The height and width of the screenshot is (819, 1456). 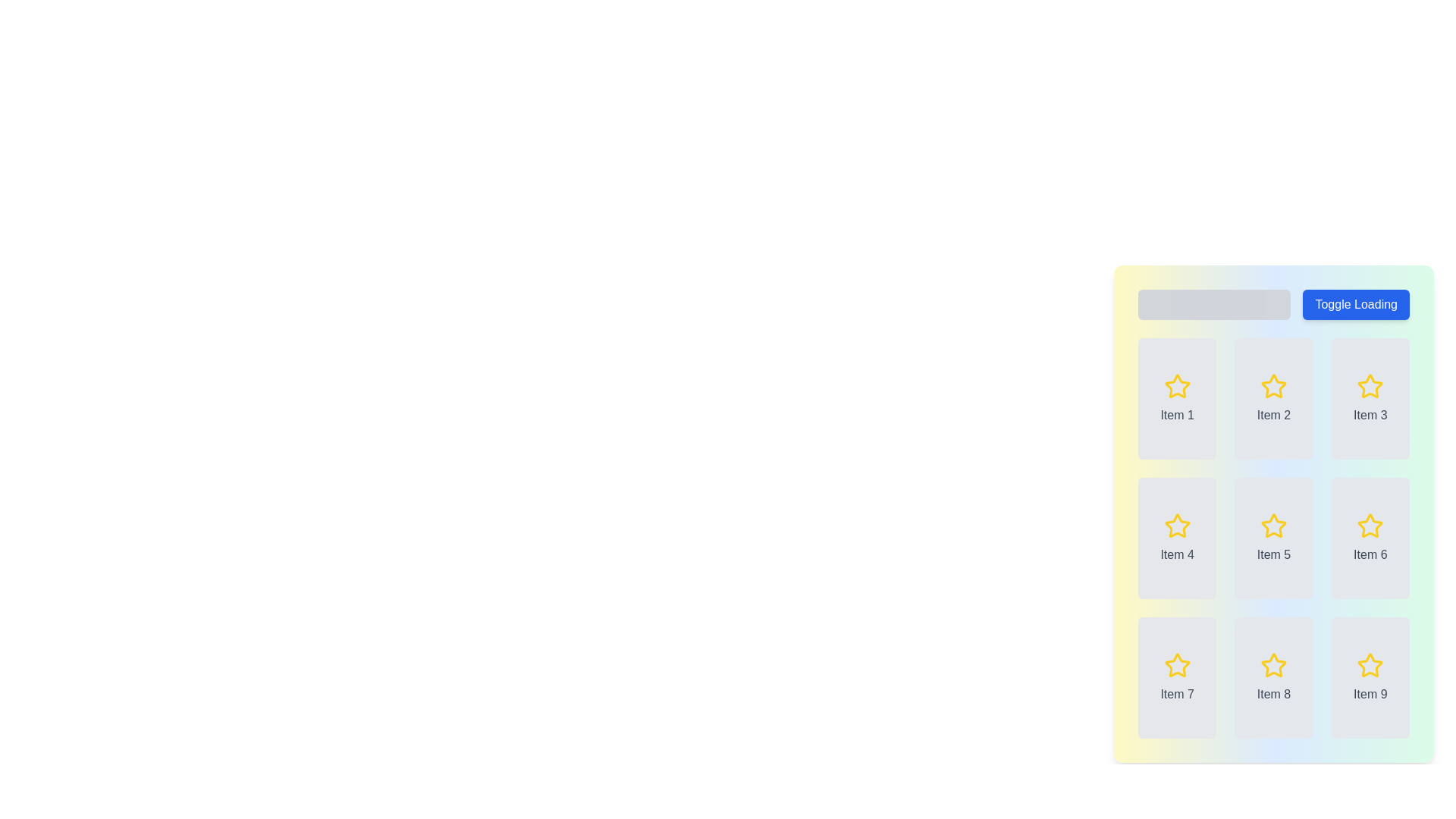 I want to click on the icon associated with 'Item 9', so click(x=1370, y=664).